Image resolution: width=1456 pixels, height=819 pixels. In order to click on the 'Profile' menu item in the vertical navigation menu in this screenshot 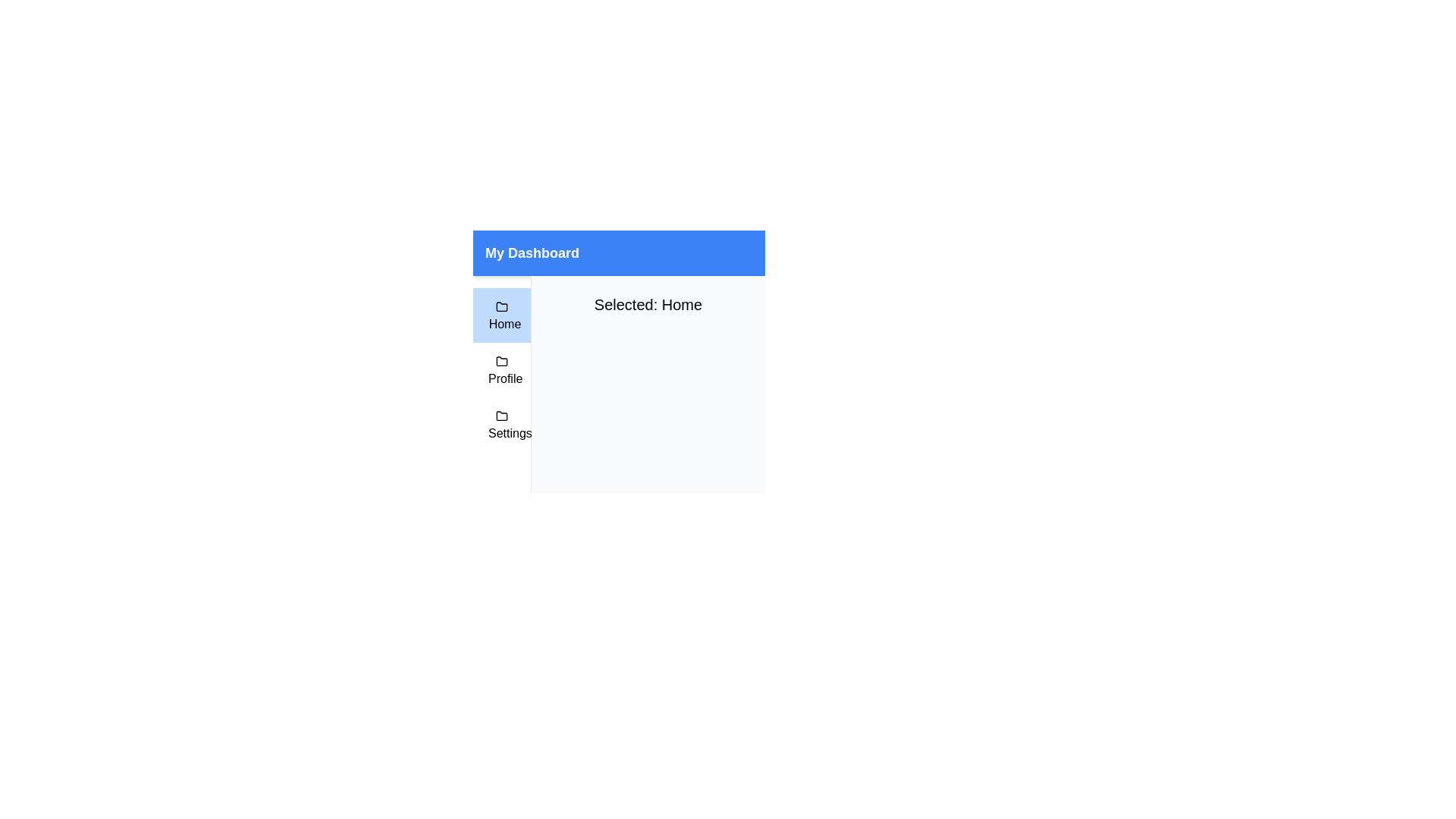, I will do `click(502, 370)`.